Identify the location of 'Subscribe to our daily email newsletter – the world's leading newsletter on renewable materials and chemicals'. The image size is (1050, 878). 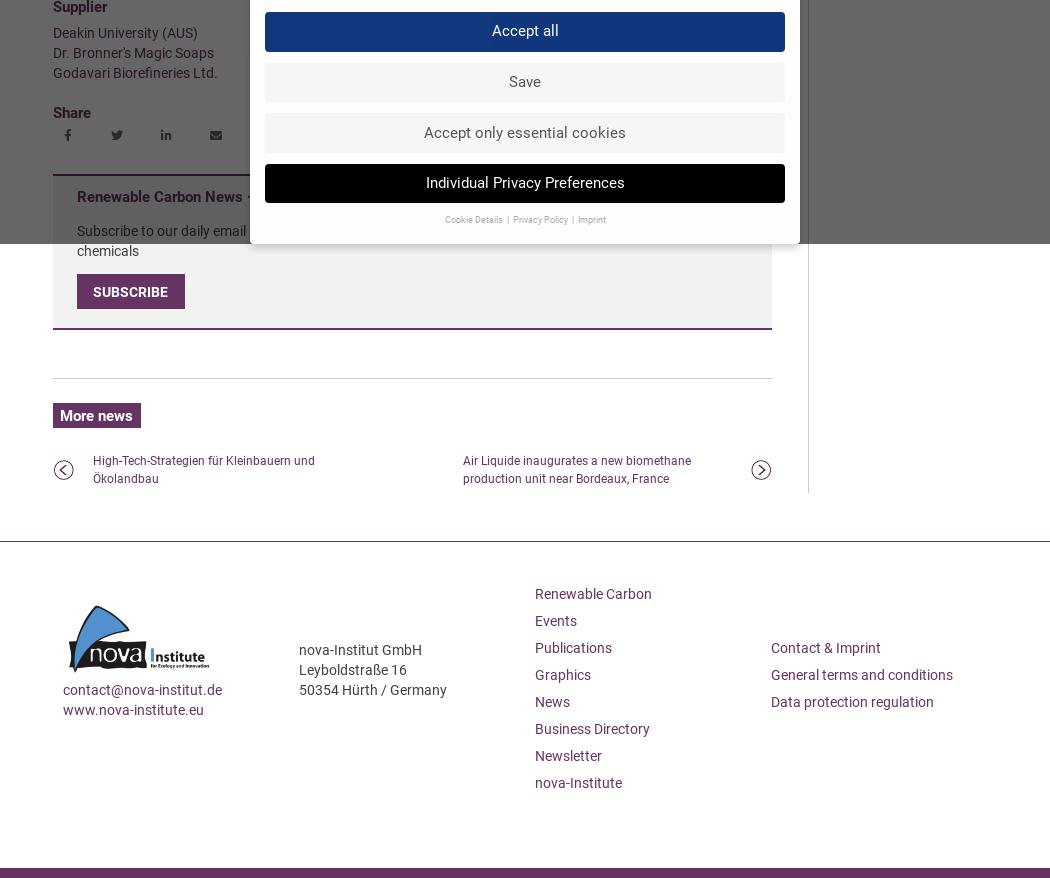
(379, 239).